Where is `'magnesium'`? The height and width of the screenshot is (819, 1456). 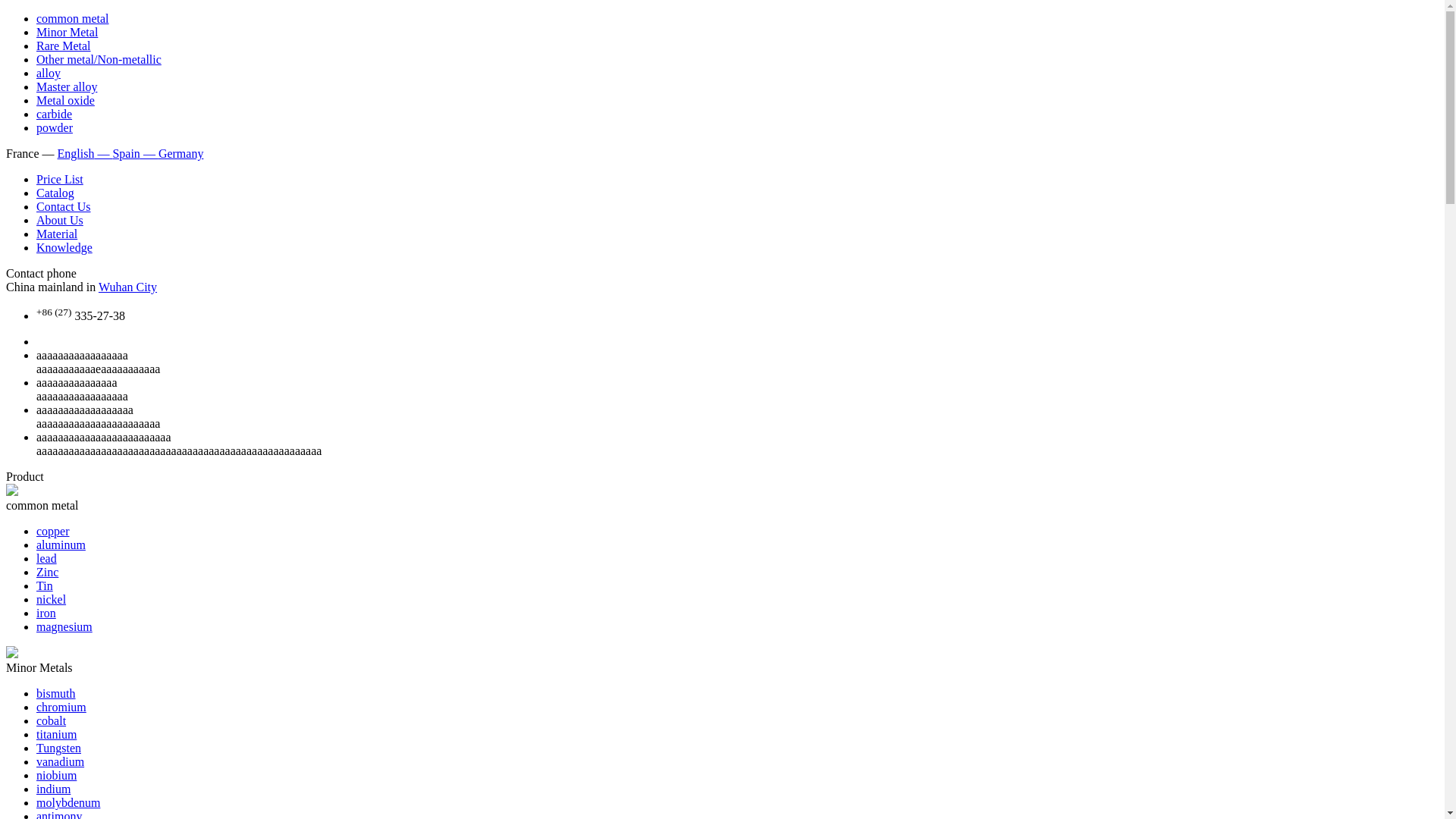 'magnesium' is located at coordinates (64, 626).